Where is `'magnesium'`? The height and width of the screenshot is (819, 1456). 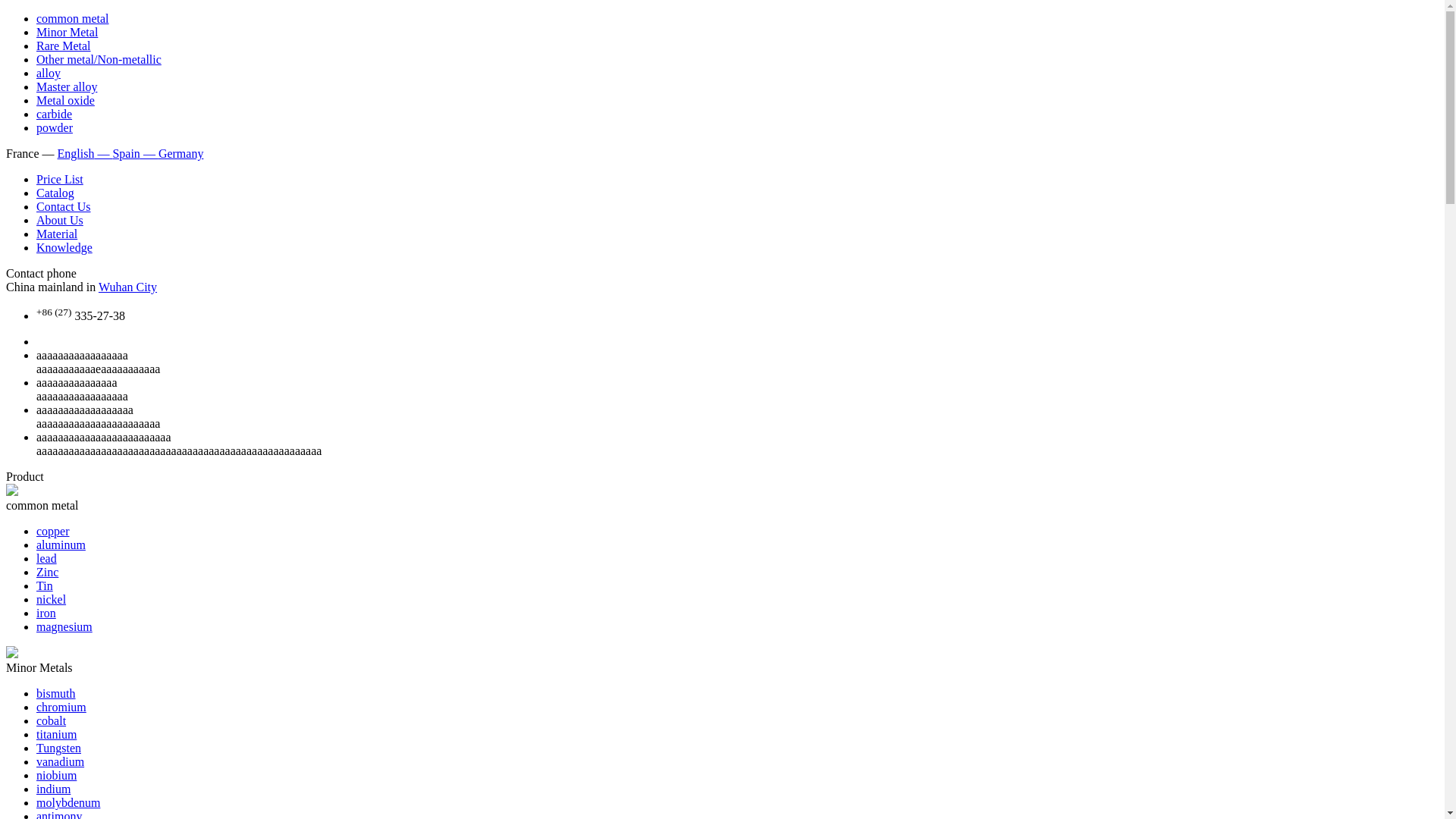 'magnesium' is located at coordinates (64, 626).